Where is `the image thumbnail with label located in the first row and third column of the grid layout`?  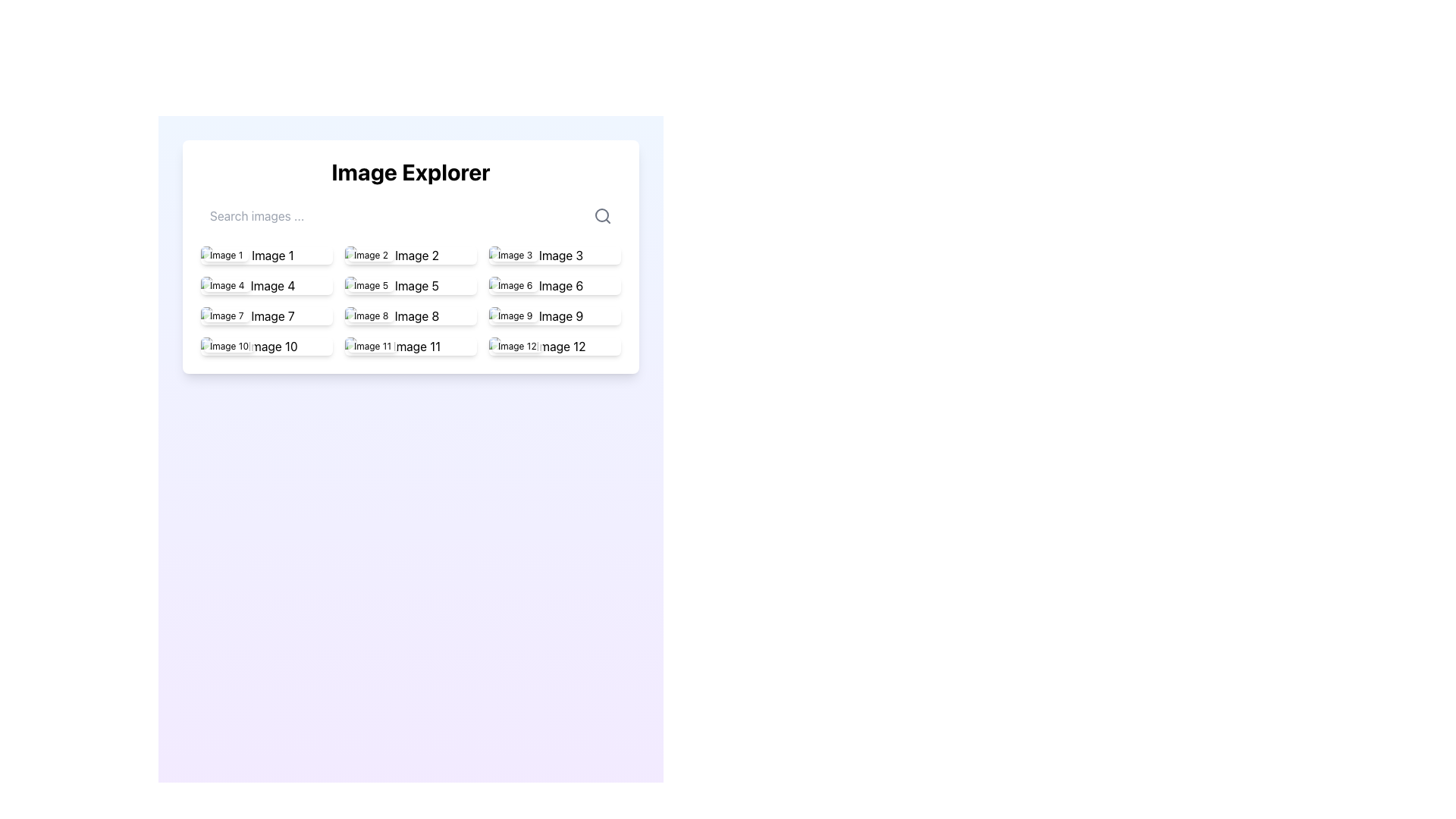
the image thumbnail with label located in the first row and third column of the grid layout is located at coordinates (554, 254).